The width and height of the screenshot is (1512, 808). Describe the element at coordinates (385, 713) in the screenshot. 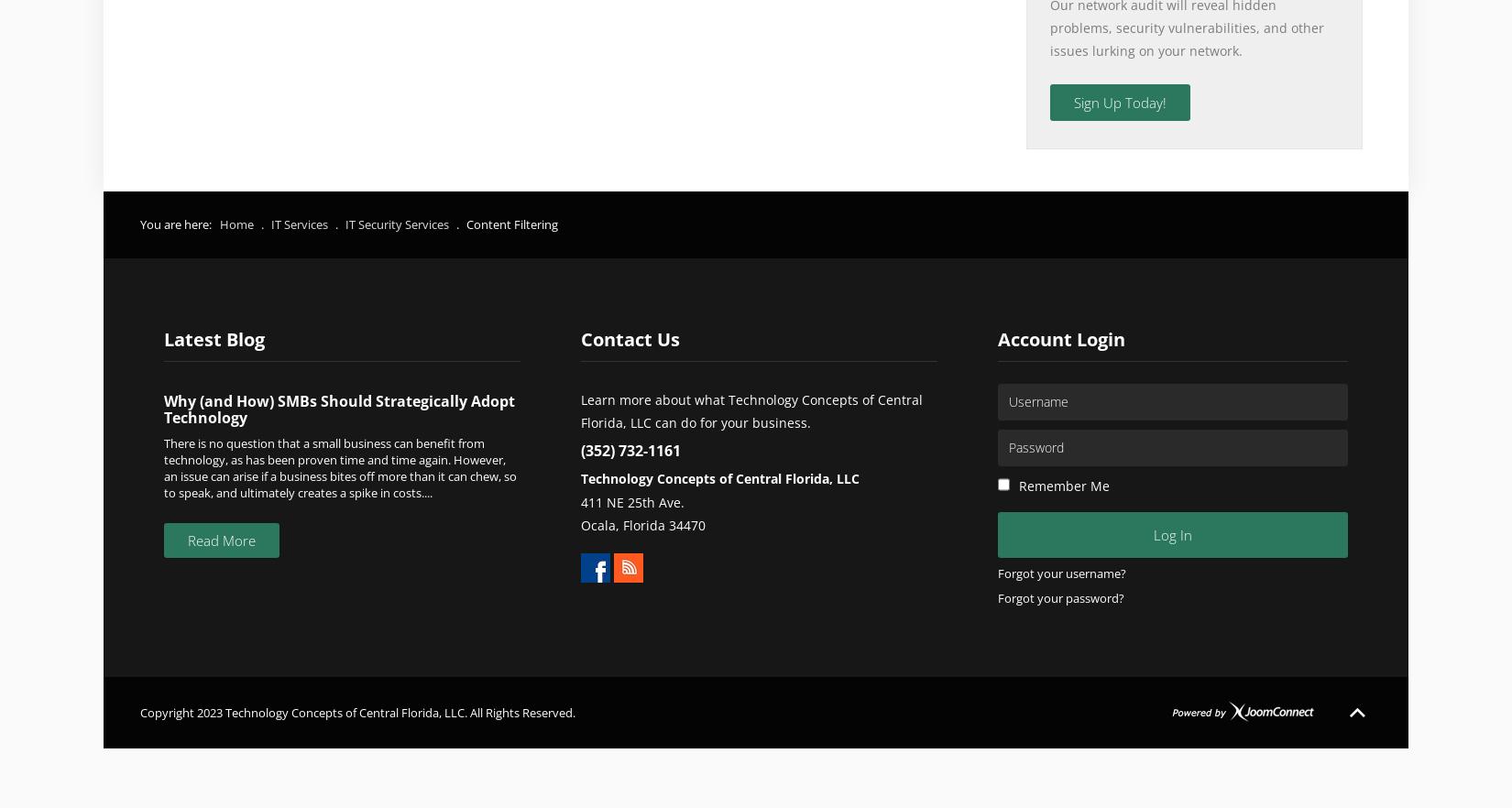

I see `'2023
Technology Concepts of Central Florida, LLC. All Rights Reserved.'` at that location.